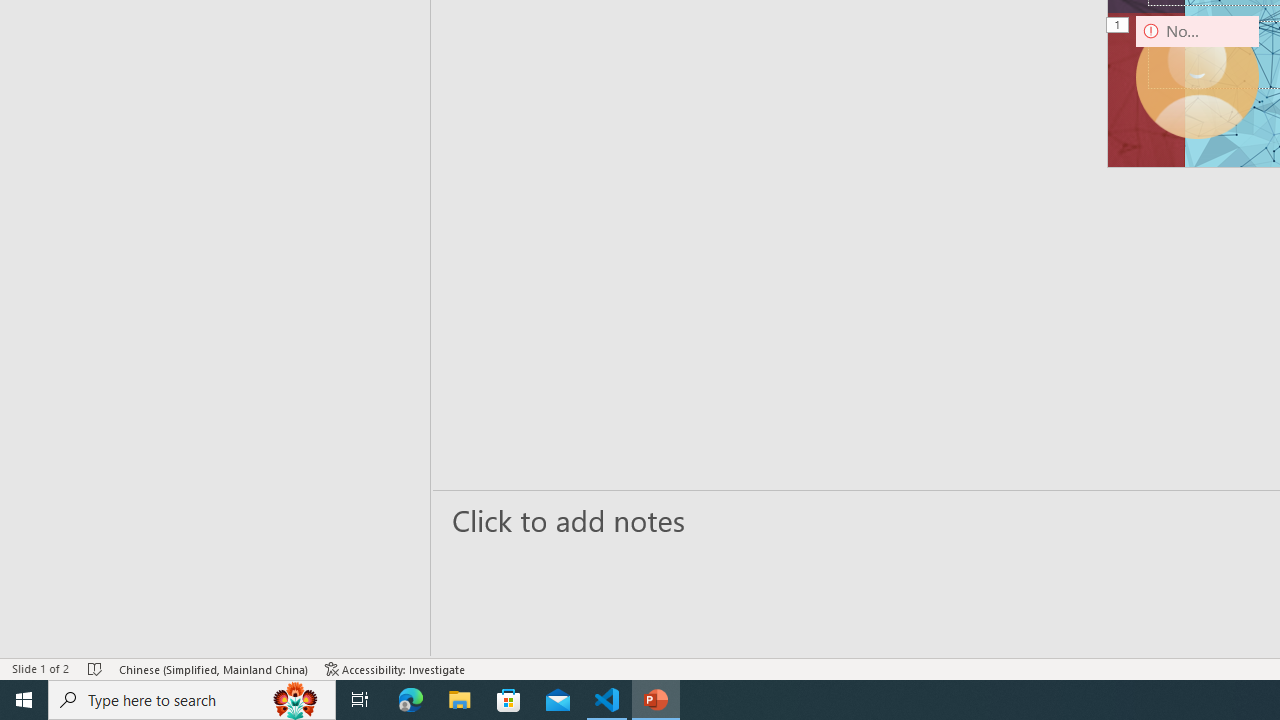  Describe the element at coordinates (1197, 76) in the screenshot. I see `'Camera 9, No camera detected.'` at that location.